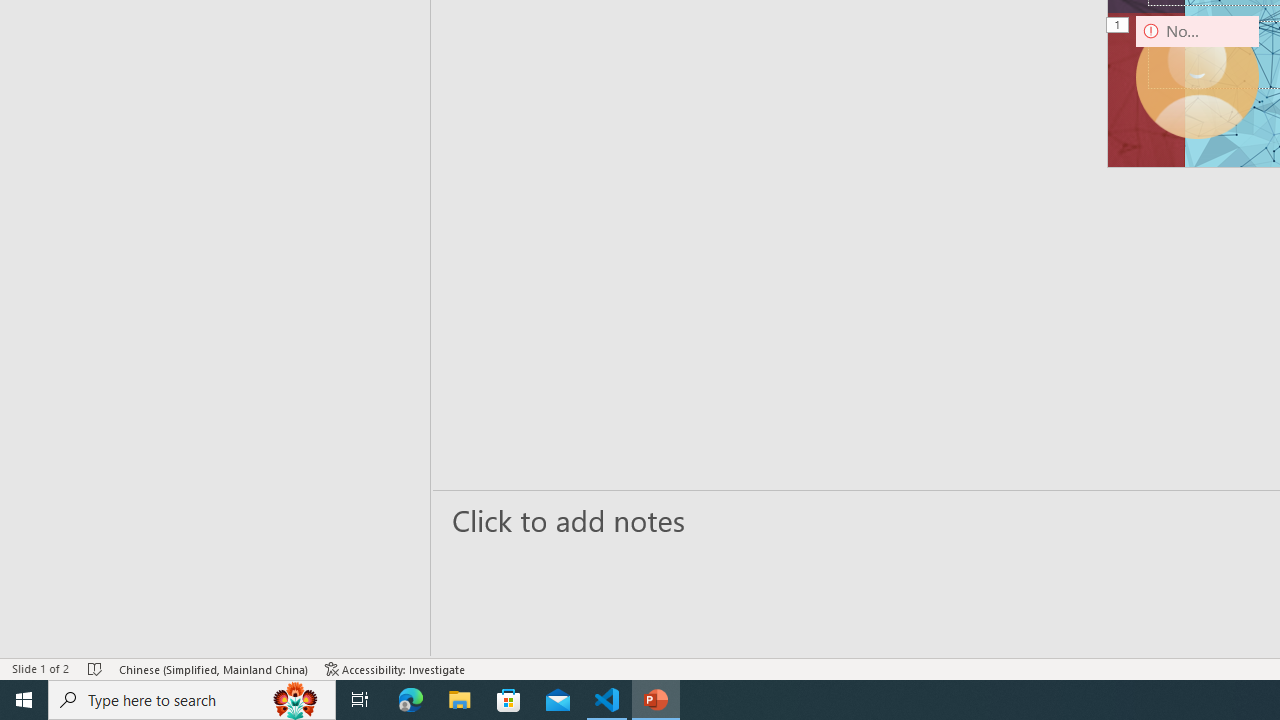  Describe the element at coordinates (1197, 76) in the screenshot. I see `'Camera 9, No camera detected.'` at that location.